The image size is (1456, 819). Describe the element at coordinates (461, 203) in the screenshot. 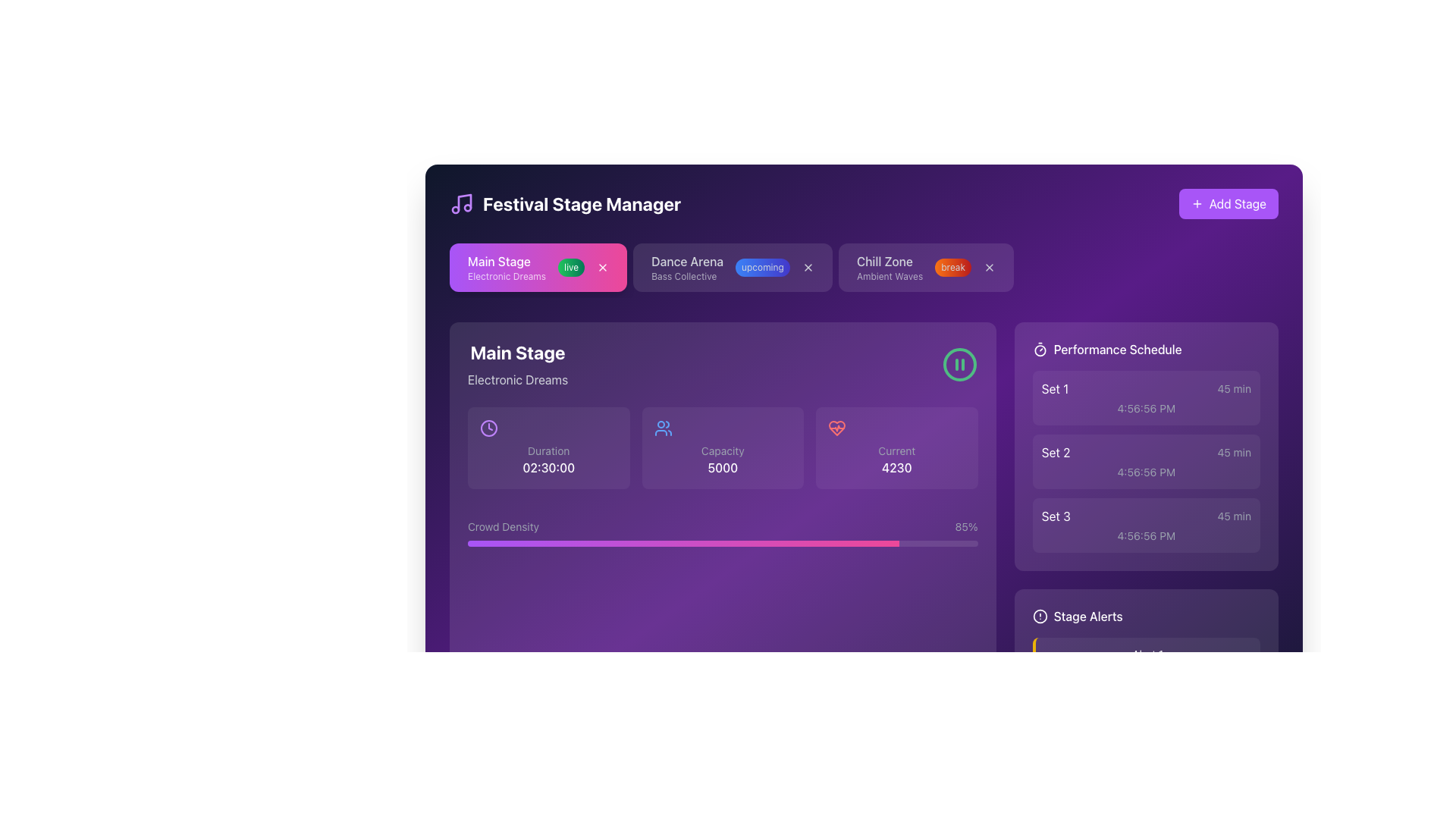

I see `the music-related icon located to the left of the 'Festival Stage Manager' text in the header section of the interface` at that location.